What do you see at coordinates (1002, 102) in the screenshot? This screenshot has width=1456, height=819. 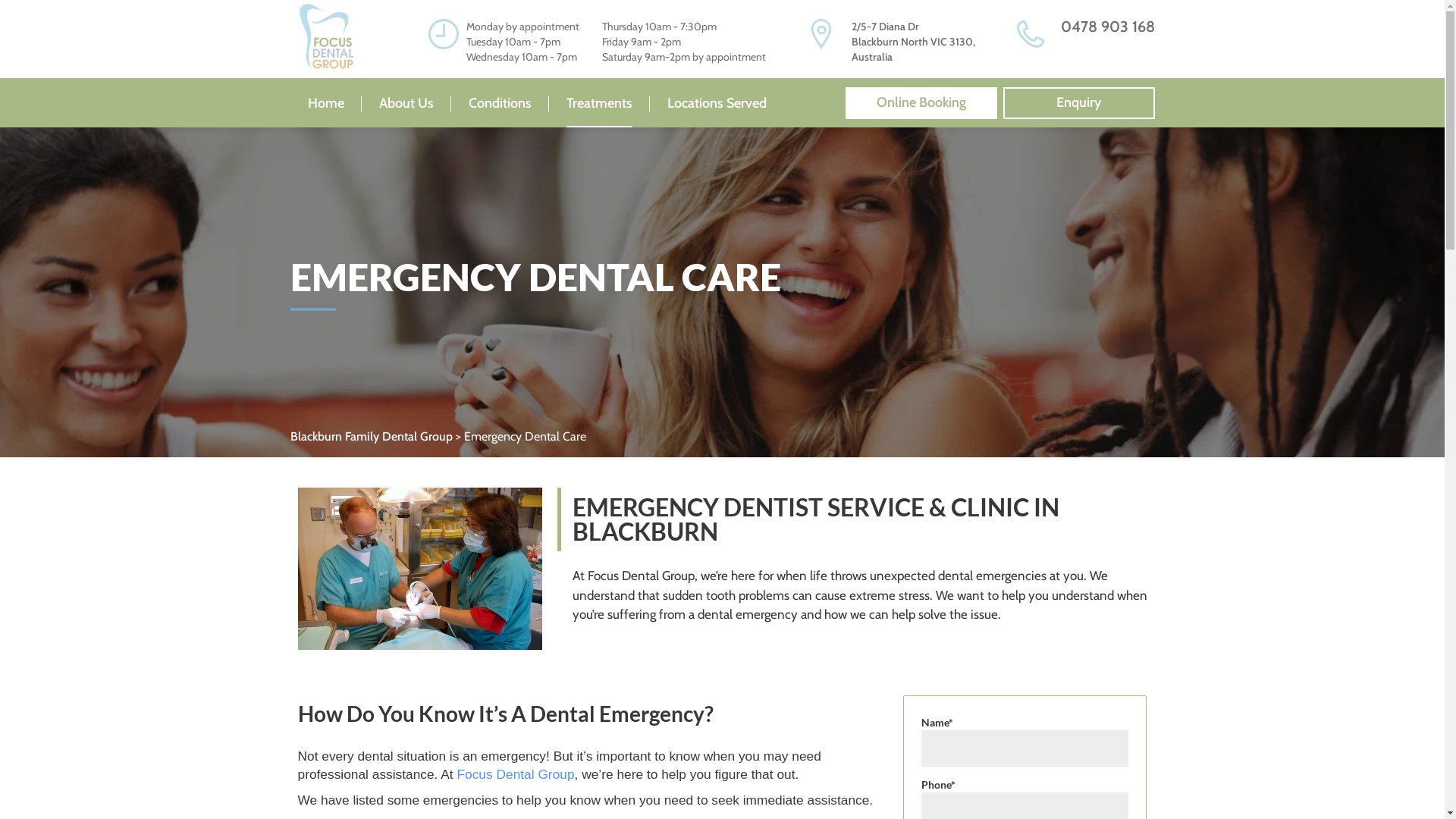 I see `'Enquiry'` at bounding box center [1002, 102].